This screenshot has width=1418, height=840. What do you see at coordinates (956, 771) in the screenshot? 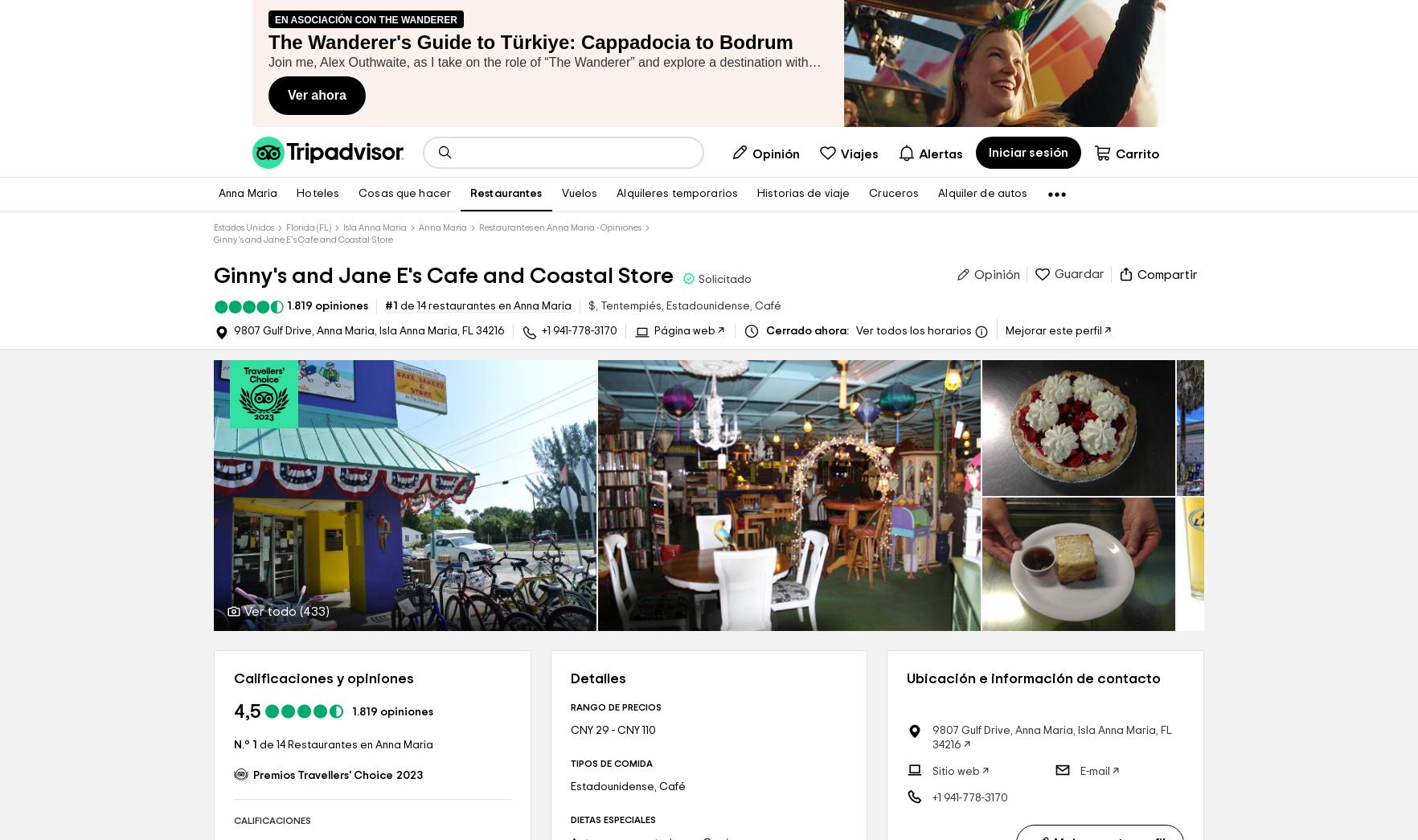
I see `'Sitio web'` at bounding box center [956, 771].